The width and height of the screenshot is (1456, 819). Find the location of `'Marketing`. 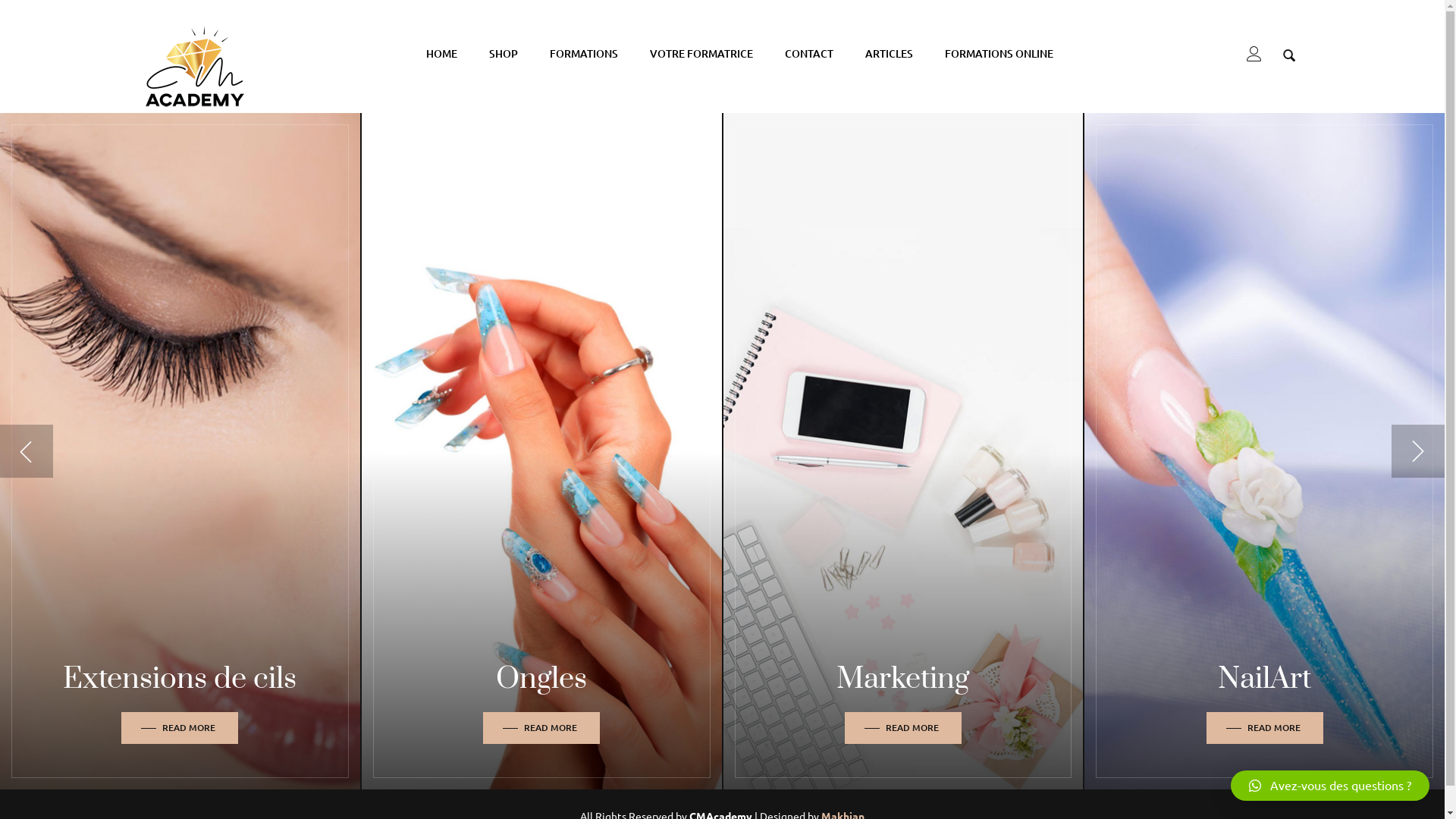

'Marketing is located at coordinates (903, 450).